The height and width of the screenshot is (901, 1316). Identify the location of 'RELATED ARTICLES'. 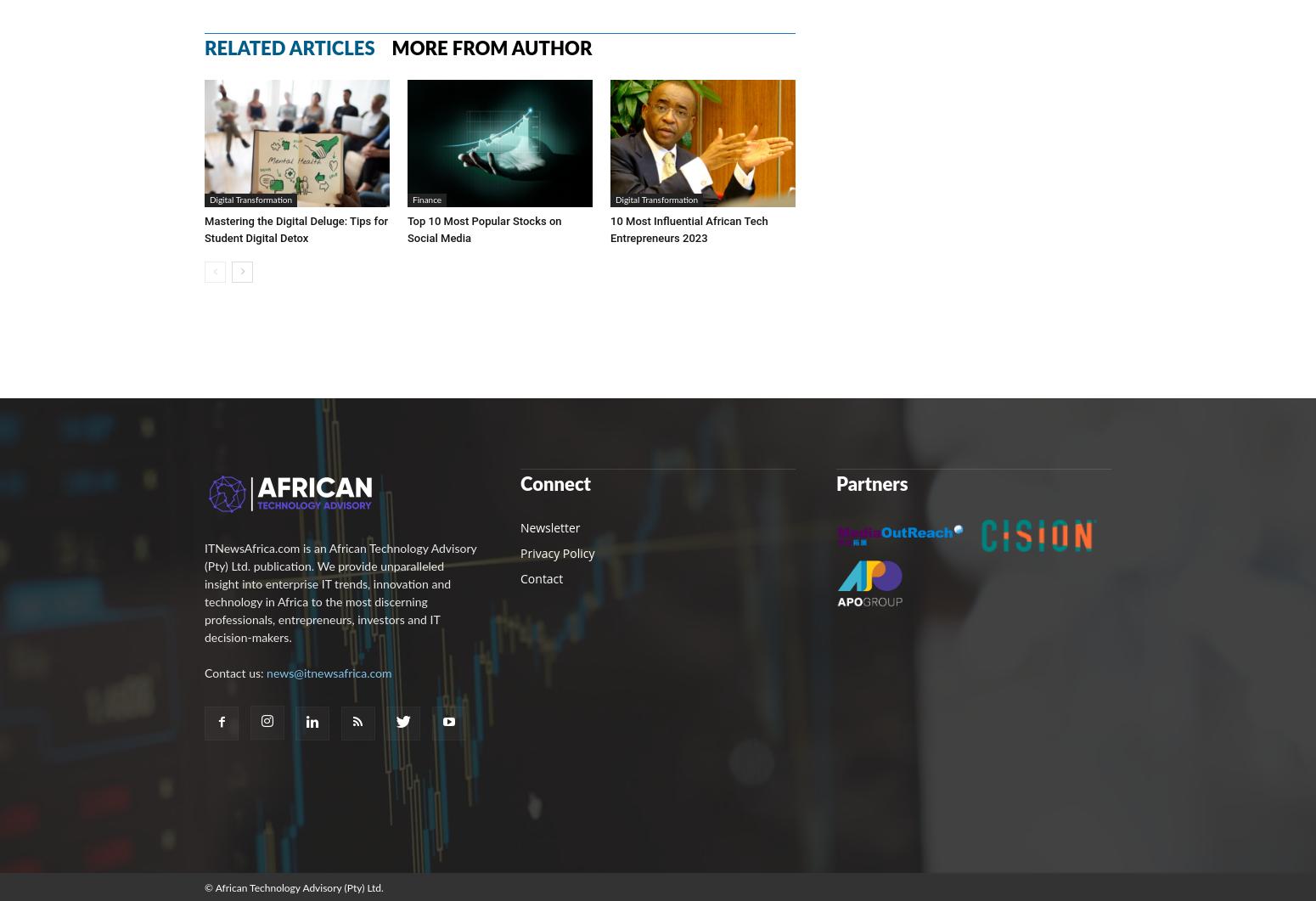
(289, 48).